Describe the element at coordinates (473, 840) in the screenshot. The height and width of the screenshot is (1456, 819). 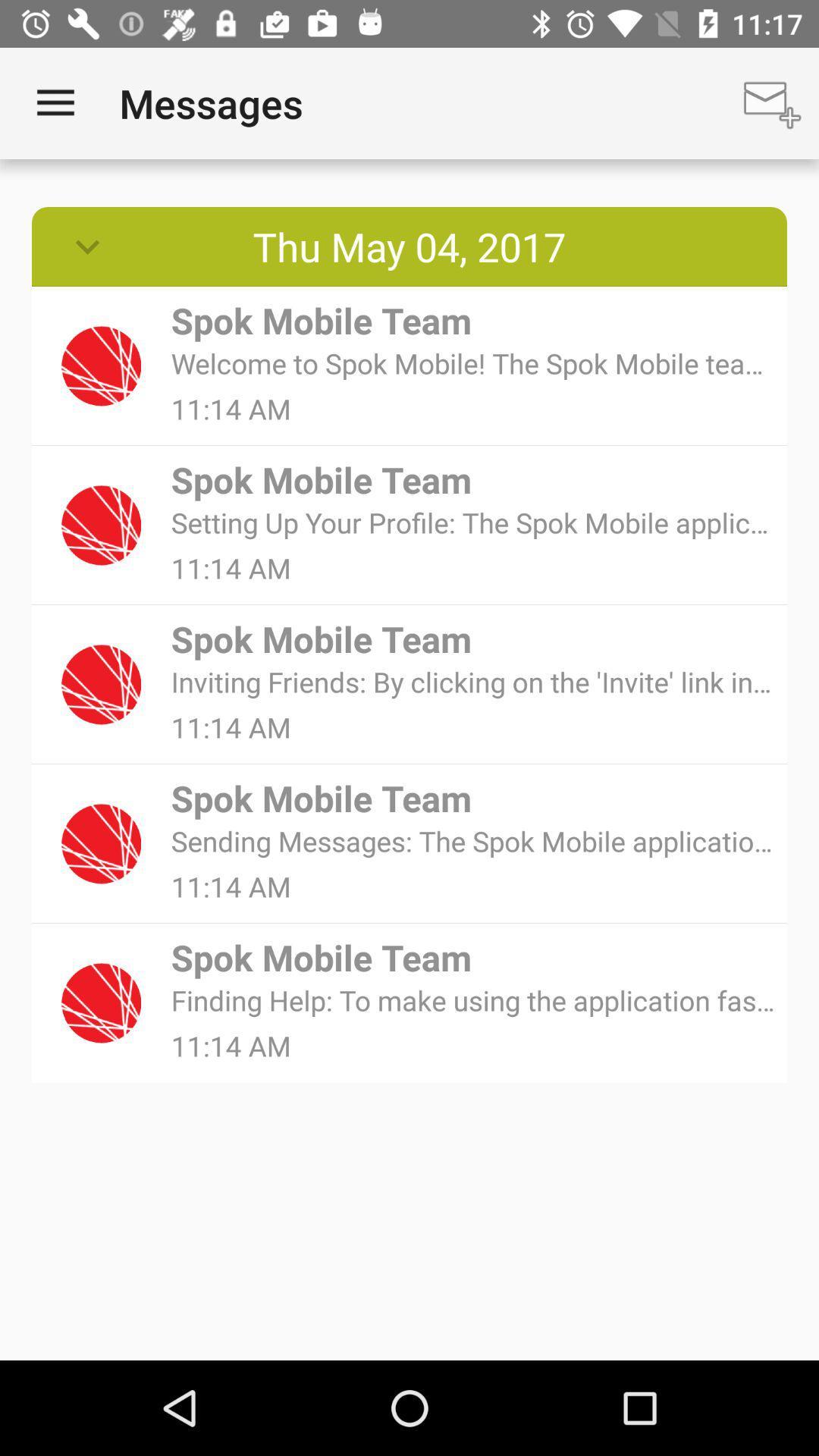
I see `the item above 11:14 am icon` at that location.